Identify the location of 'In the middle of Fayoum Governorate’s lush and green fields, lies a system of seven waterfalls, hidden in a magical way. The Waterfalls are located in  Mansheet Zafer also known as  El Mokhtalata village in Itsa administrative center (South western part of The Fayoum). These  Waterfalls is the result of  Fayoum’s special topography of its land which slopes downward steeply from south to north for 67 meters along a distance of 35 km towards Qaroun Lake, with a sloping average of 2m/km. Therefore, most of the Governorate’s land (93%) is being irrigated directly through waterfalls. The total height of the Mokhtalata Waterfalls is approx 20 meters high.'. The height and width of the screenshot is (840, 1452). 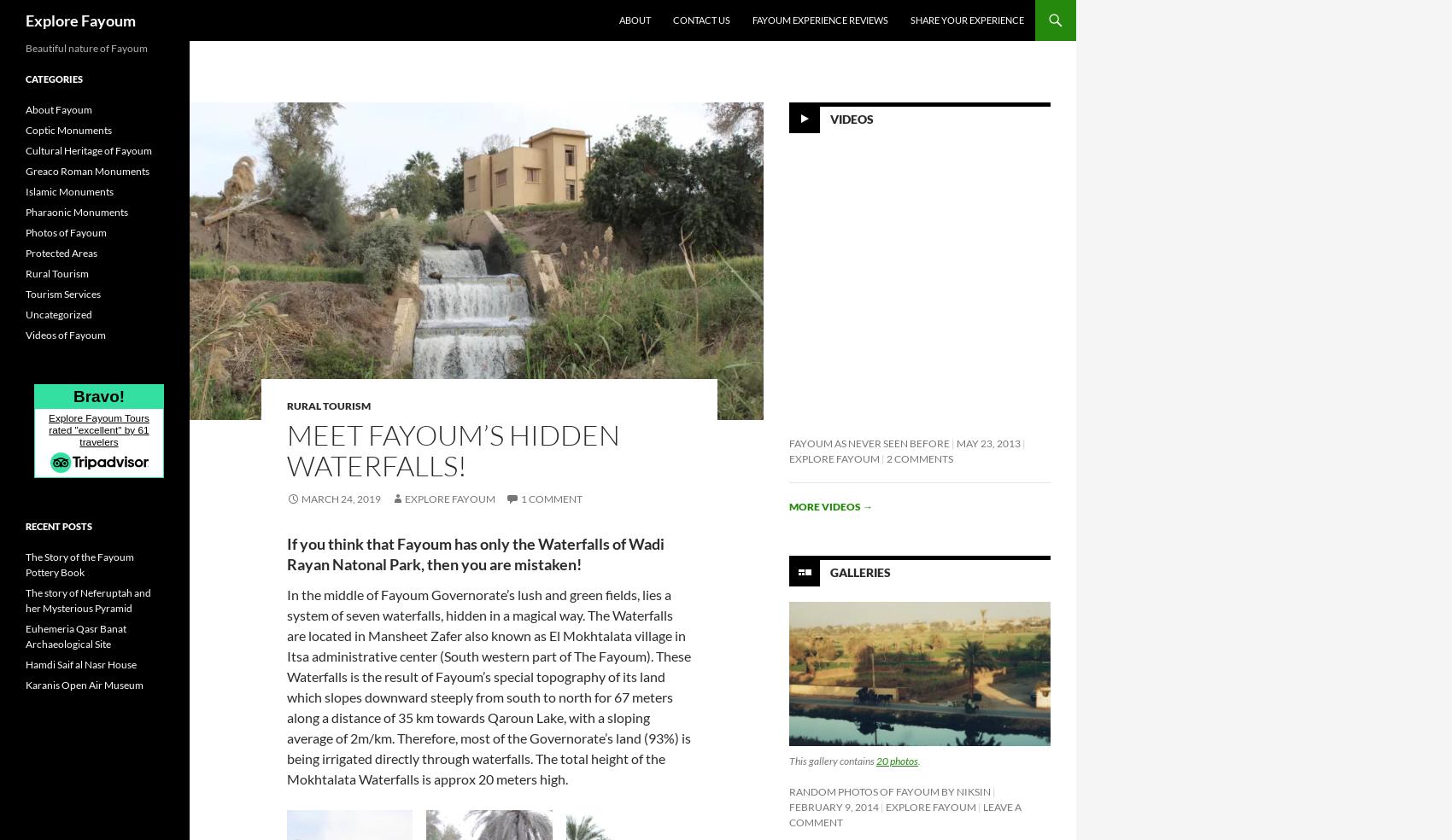
(488, 685).